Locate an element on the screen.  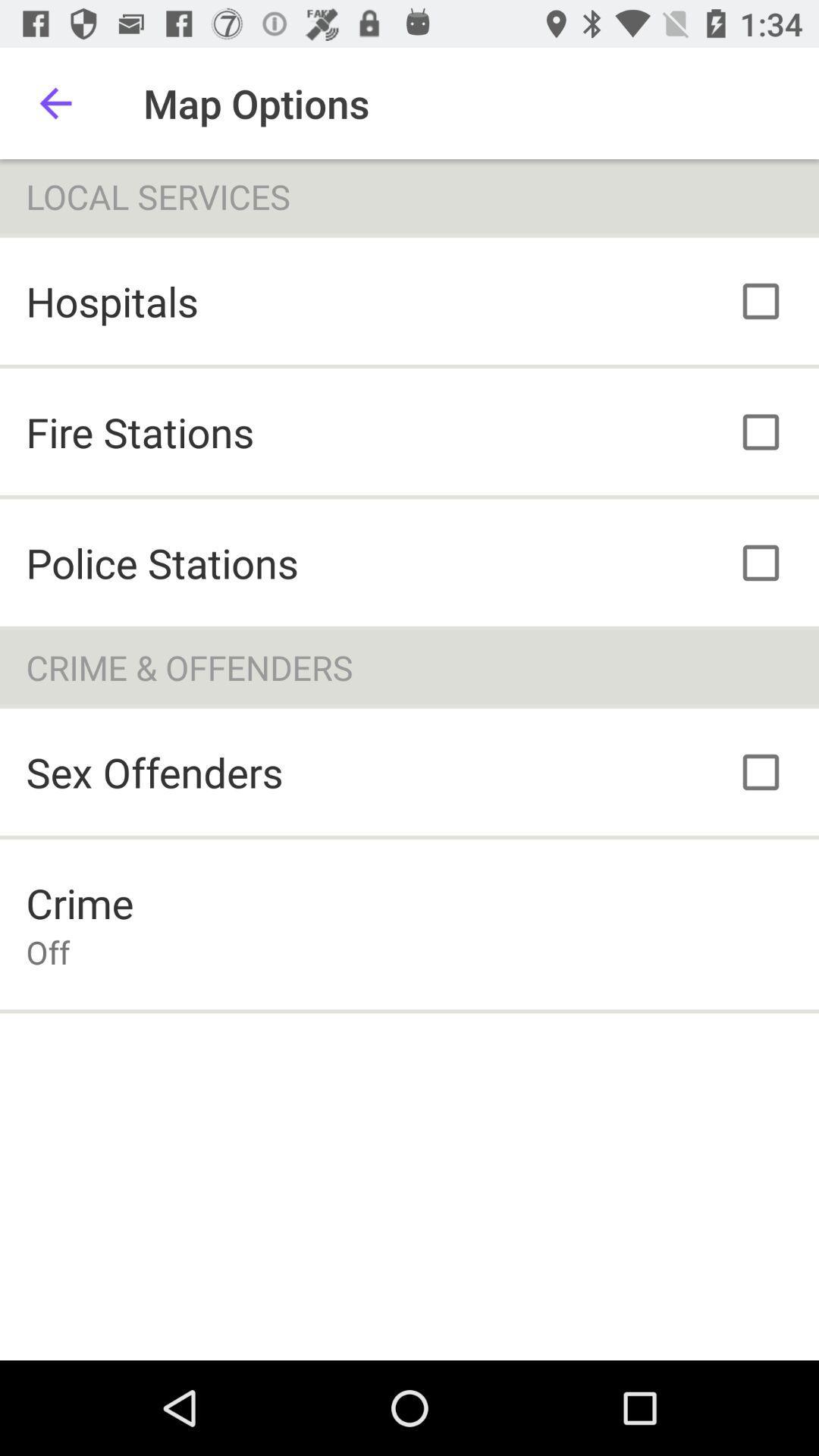
crime & offenders item is located at coordinates (409, 667).